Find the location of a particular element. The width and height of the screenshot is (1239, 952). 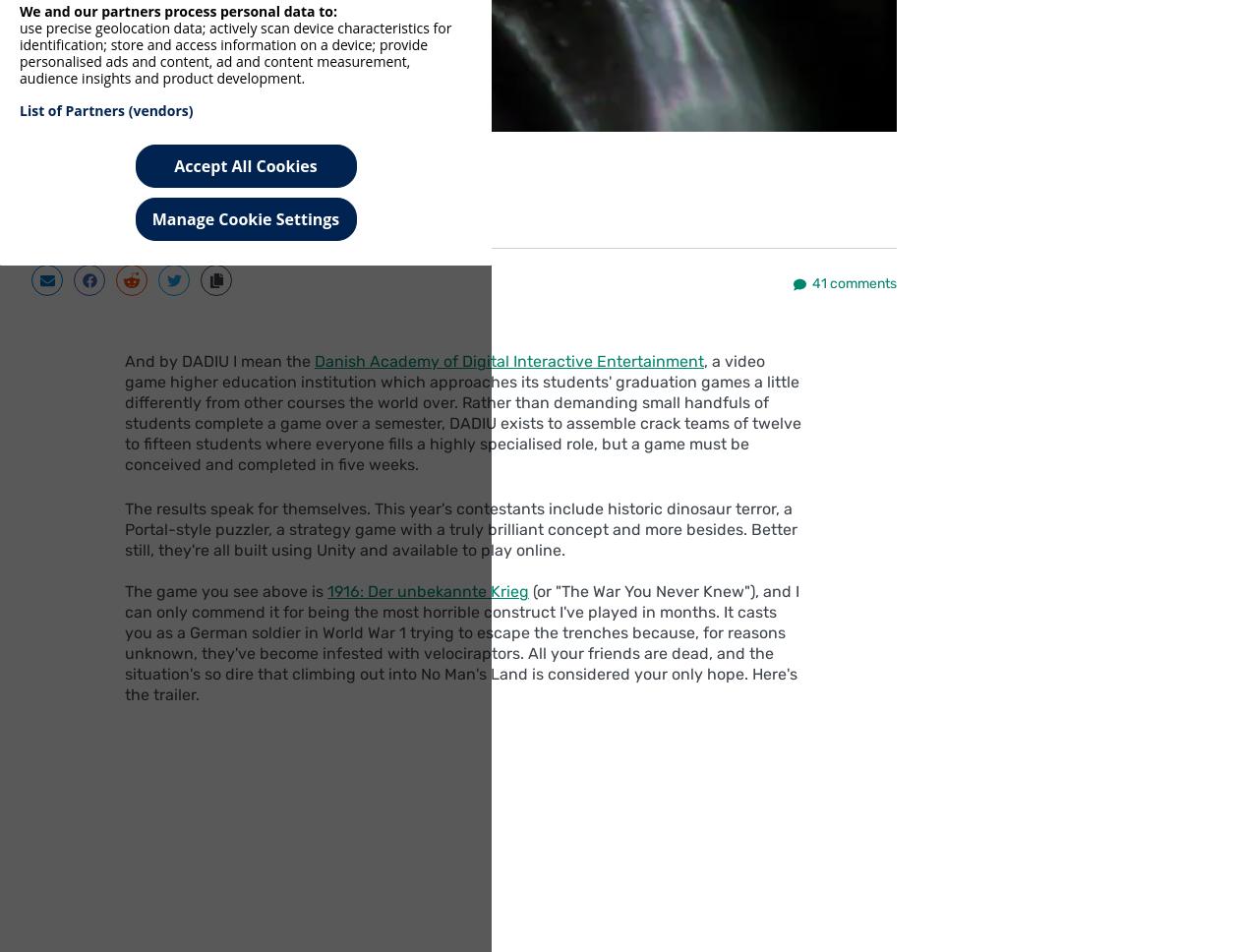

'The game you see above is' is located at coordinates (225, 591).